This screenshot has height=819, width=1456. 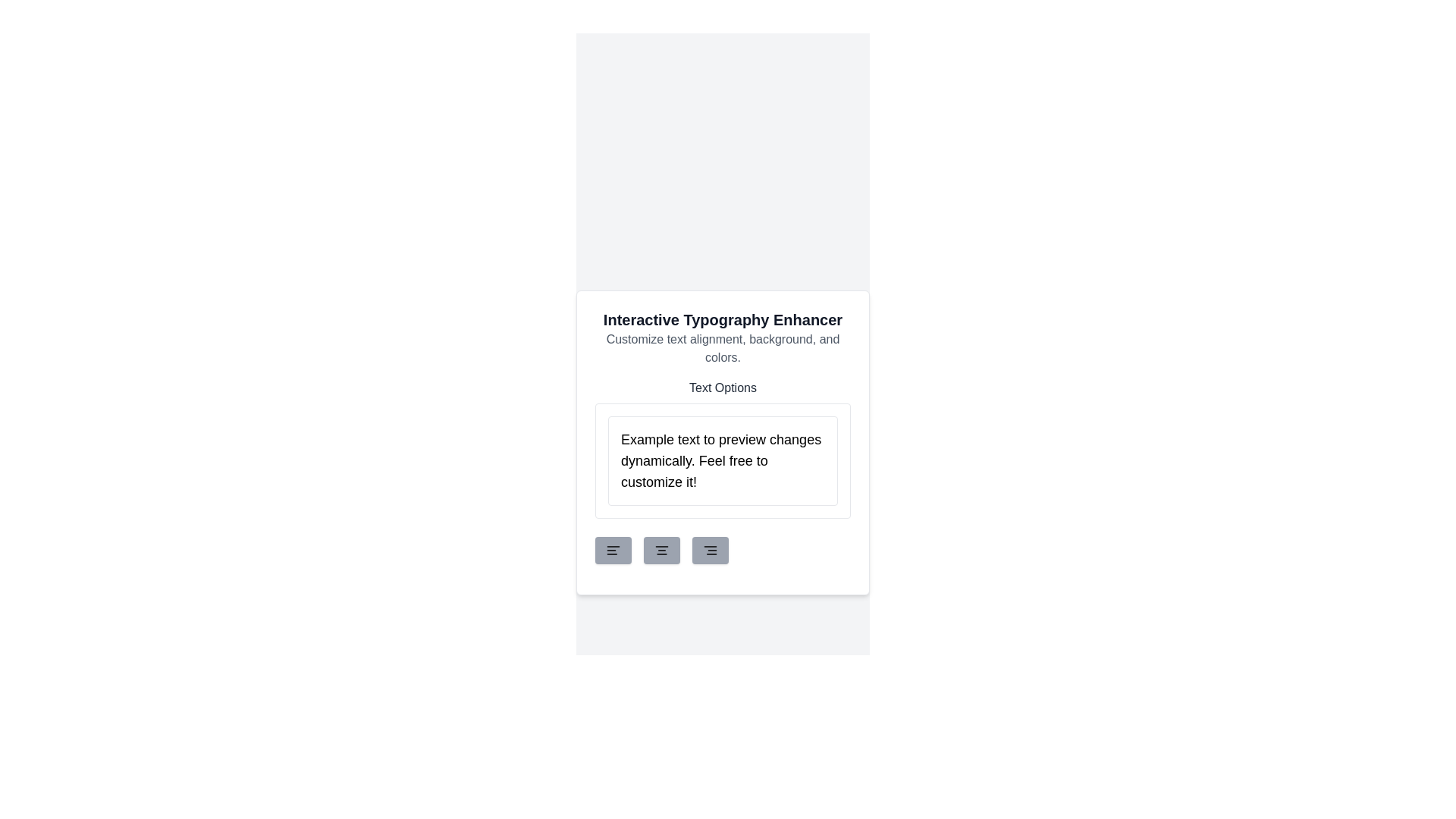 I want to click on the center alignment icon, which is depicted with three horizontal lines, so click(x=662, y=550).